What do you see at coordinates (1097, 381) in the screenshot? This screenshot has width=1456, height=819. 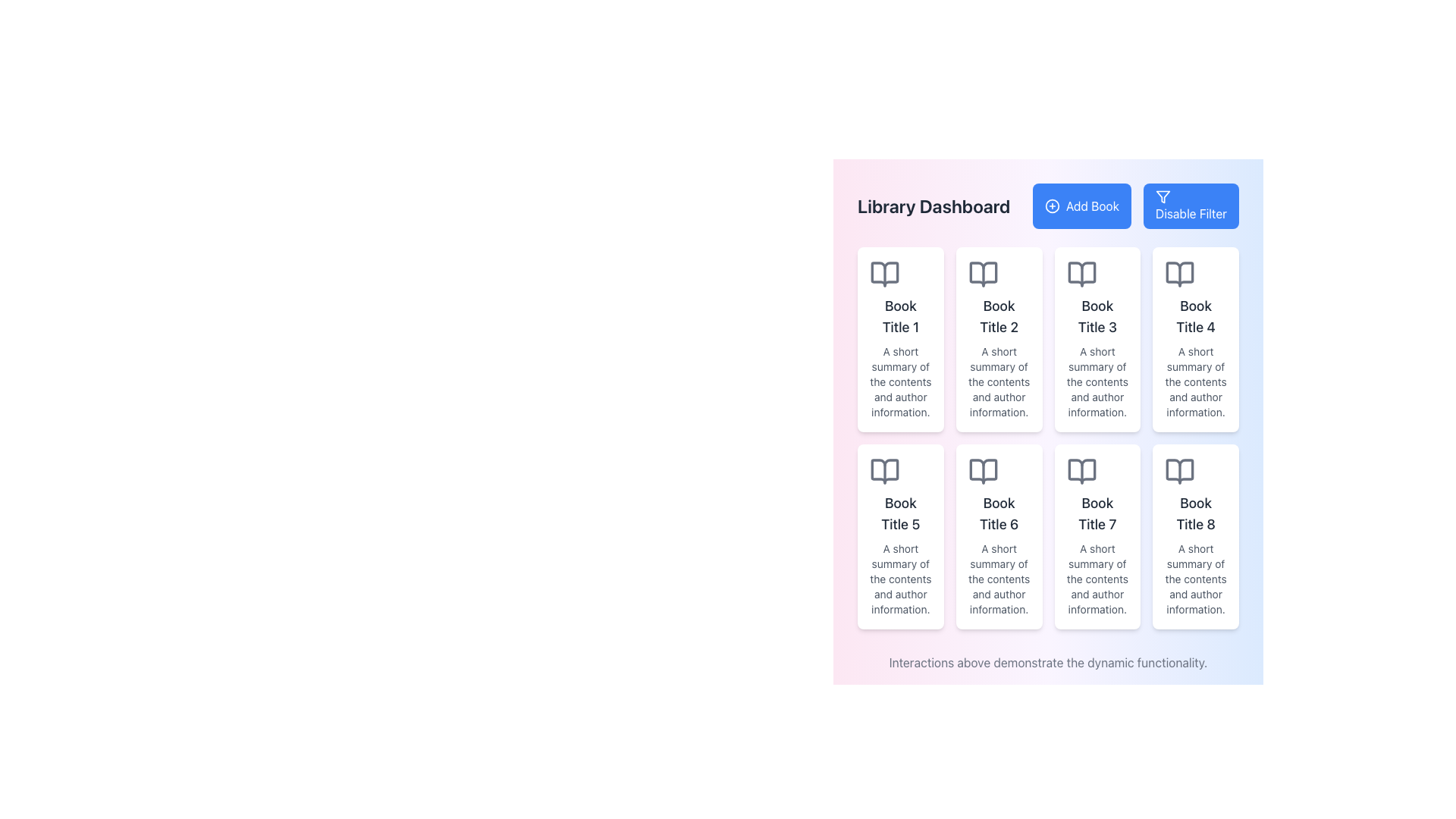 I see `the static text element that provides a brief summary of the associated book entry located in the third card from the left in the top row of a grid layout, directly under the text 'Book Title 3'` at bounding box center [1097, 381].